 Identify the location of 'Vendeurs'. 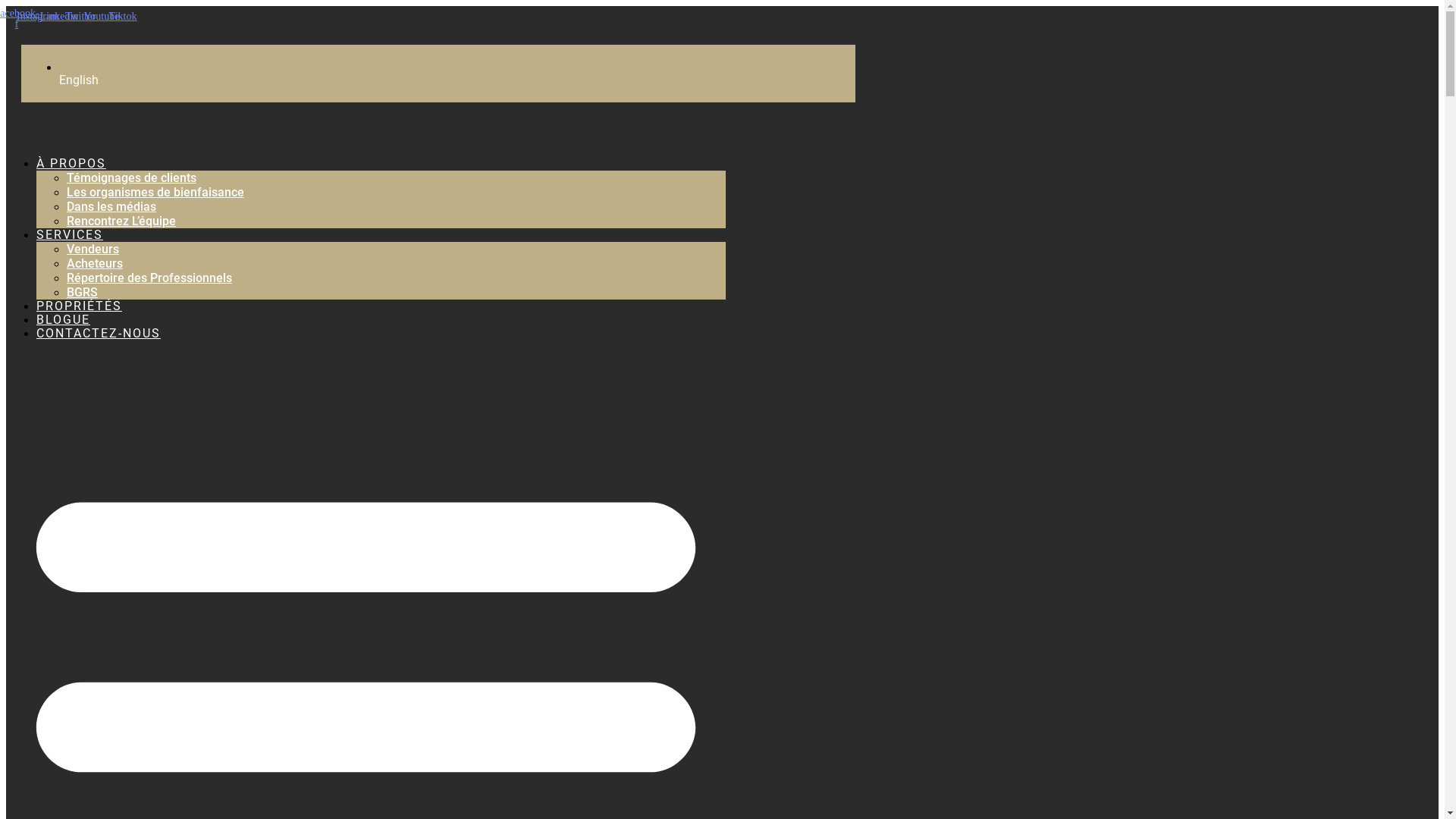
(65, 248).